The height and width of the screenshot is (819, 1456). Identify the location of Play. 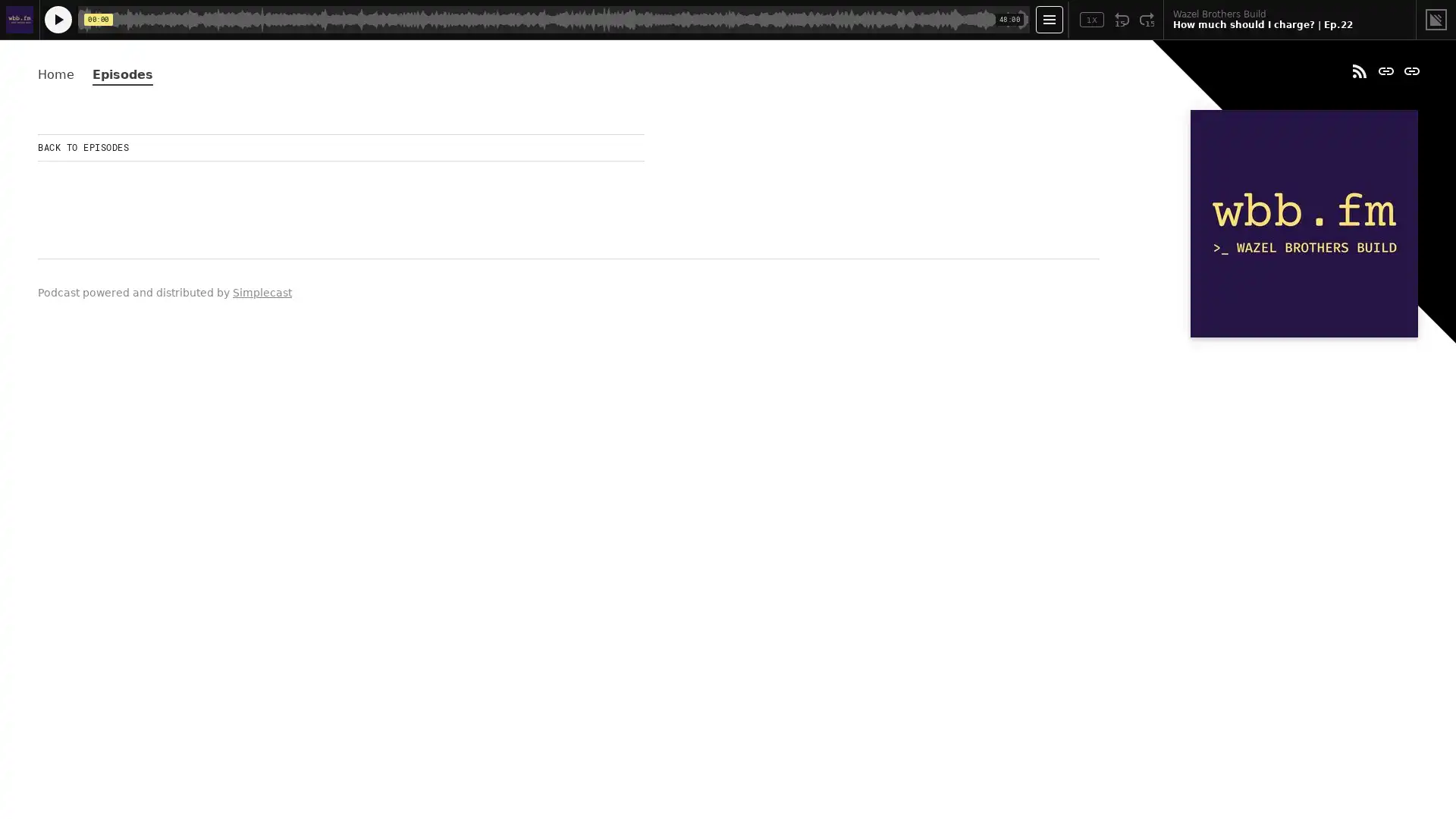
(58, 20).